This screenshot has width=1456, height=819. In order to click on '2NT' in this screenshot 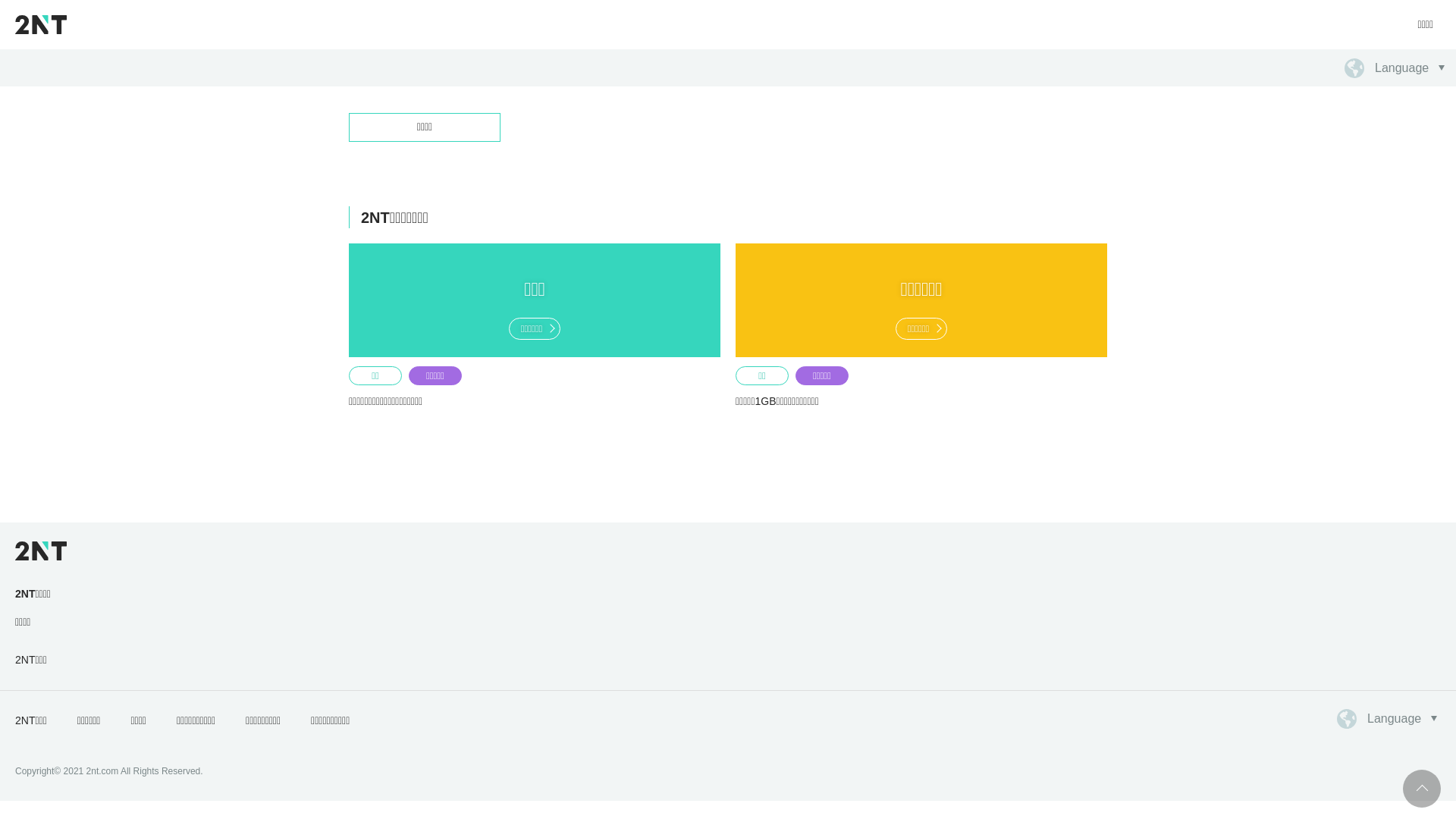, I will do `click(40, 24)`.